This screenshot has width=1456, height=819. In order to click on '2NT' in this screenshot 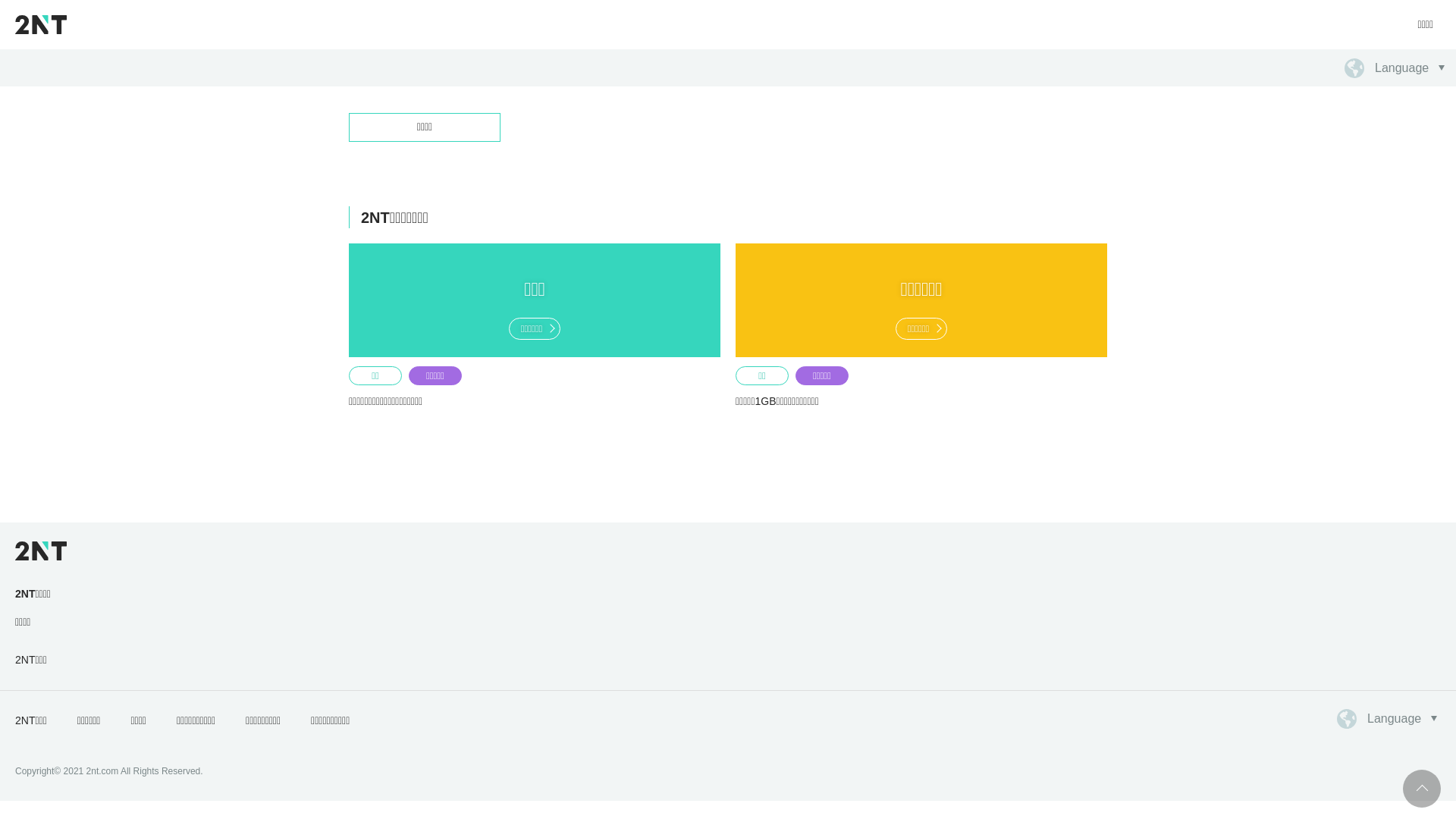, I will do `click(40, 24)`.